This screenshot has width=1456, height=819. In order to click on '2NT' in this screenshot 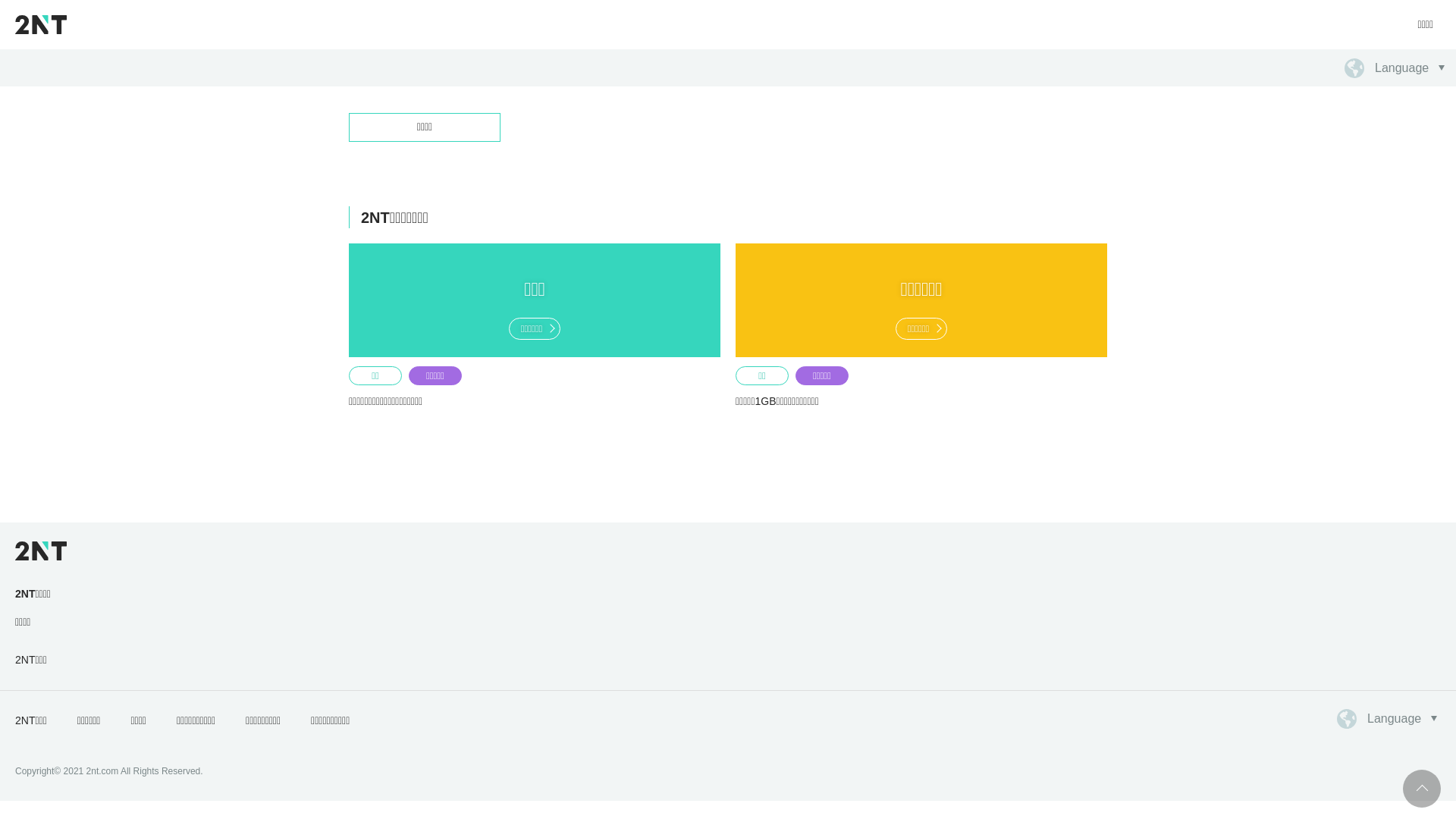, I will do `click(40, 24)`.